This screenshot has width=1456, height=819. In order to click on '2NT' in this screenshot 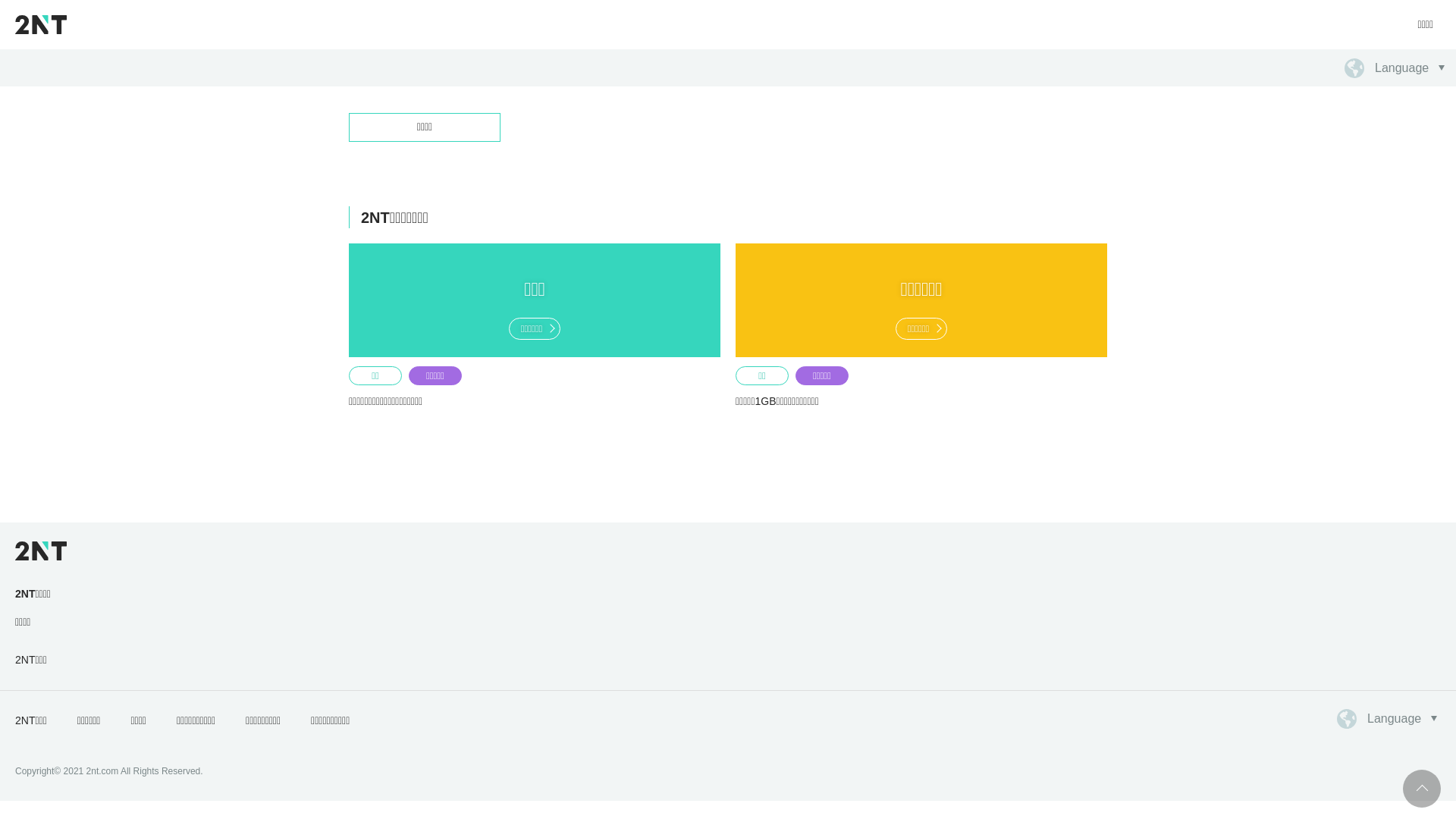, I will do `click(40, 24)`.